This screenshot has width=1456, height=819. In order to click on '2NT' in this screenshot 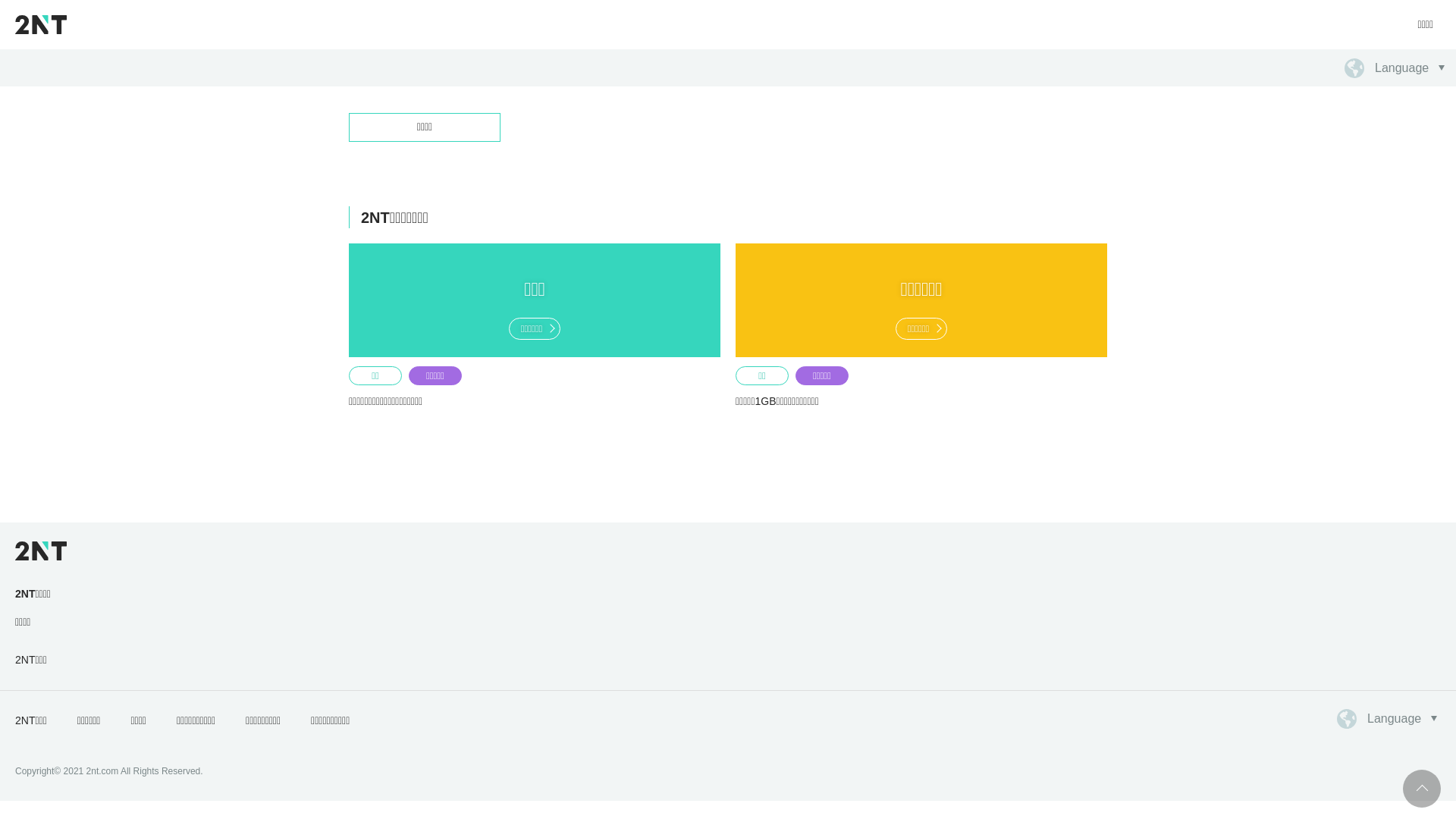, I will do `click(40, 24)`.